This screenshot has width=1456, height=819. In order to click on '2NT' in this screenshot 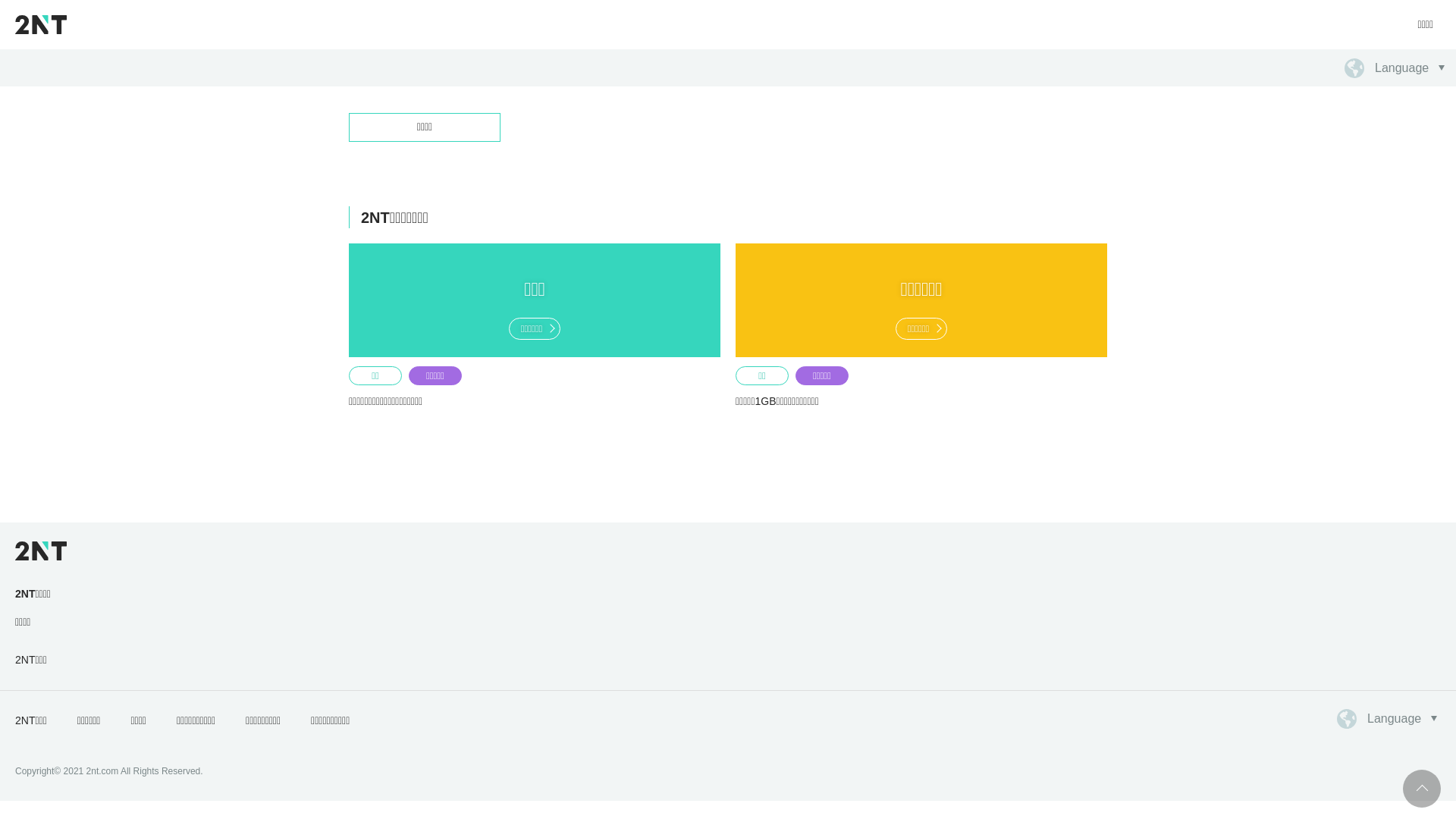, I will do `click(40, 24)`.